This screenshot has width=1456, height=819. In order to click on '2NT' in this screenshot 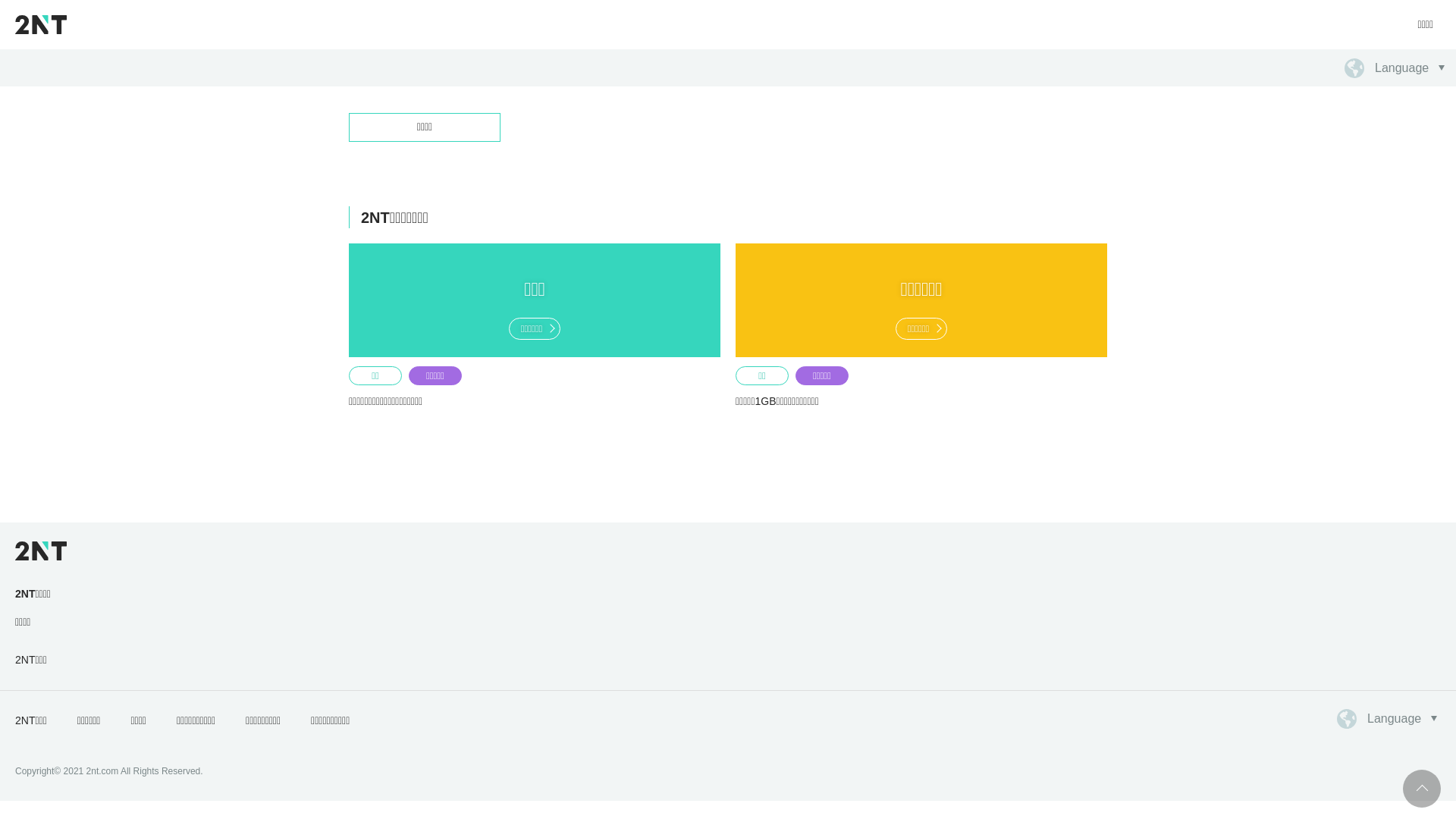, I will do `click(40, 24)`.